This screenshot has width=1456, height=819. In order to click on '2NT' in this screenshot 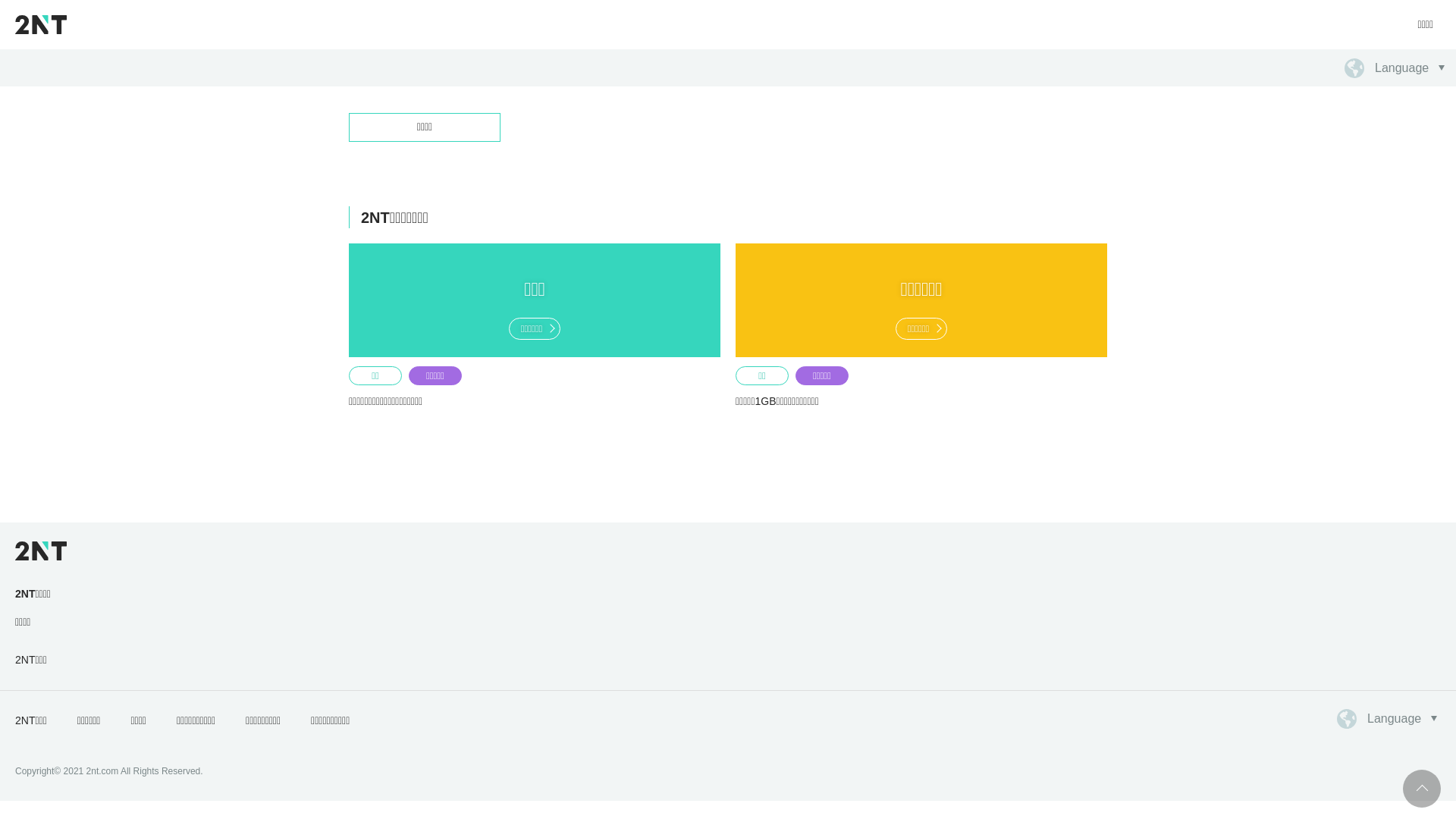, I will do `click(40, 24)`.